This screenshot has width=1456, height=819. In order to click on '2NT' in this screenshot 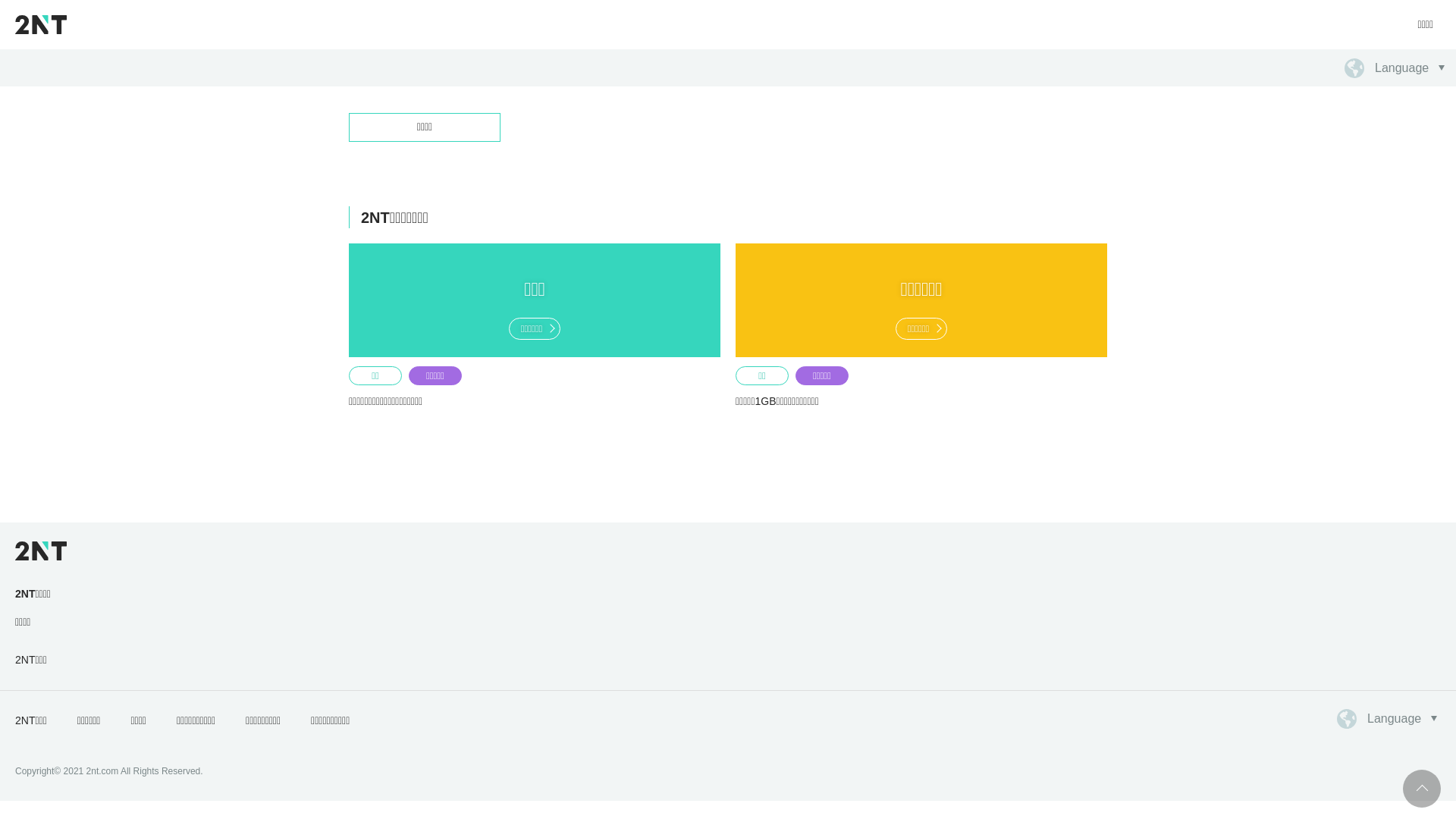, I will do `click(40, 24)`.